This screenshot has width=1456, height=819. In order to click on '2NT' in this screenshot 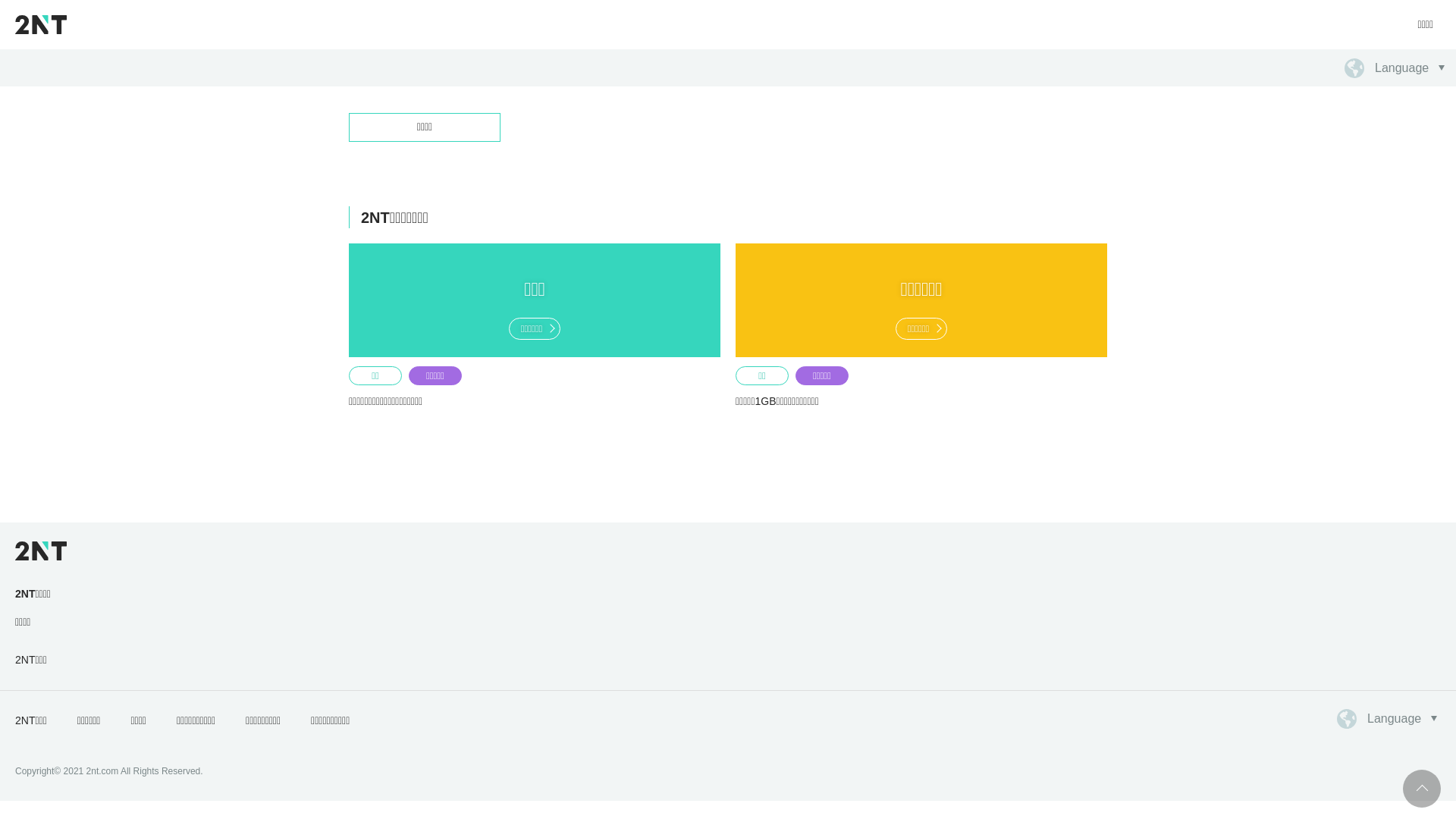, I will do `click(40, 24)`.